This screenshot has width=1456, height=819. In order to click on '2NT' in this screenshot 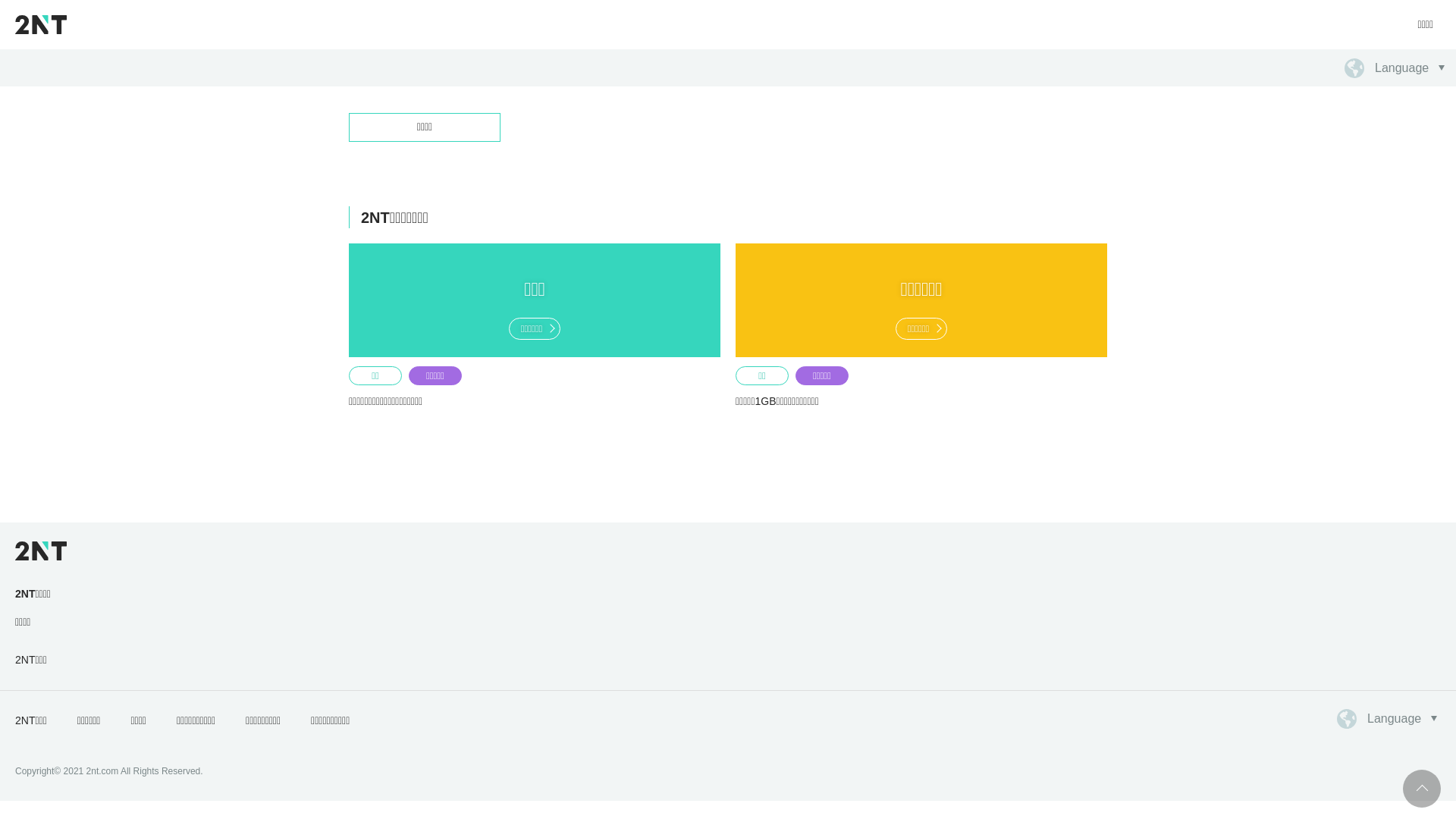, I will do `click(40, 24)`.